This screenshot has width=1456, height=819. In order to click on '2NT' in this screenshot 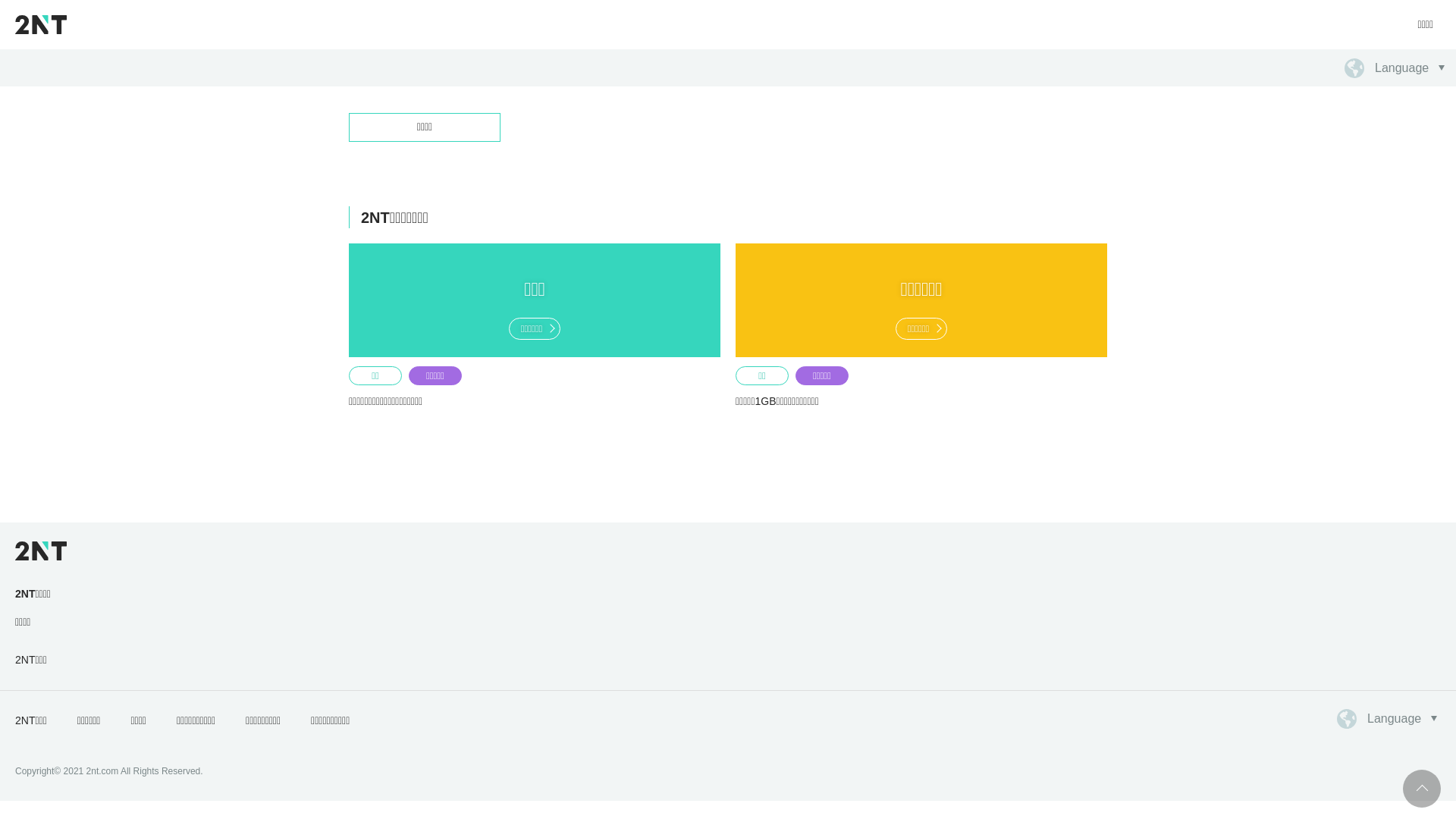, I will do `click(40, 24)`.